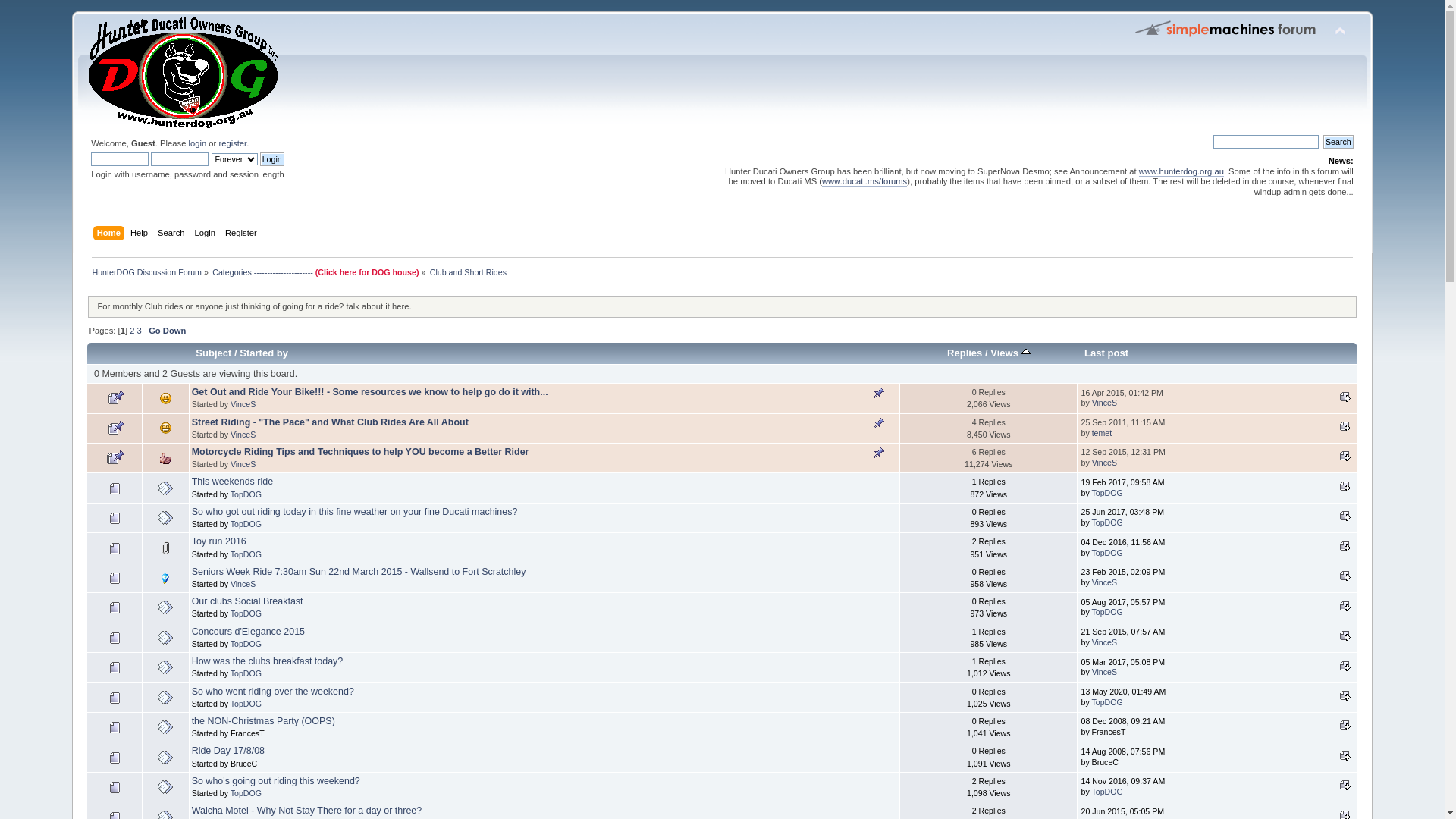 This screenshot has height=819, width=1456. What do you see at coordinates (231, 143) in the screenshot?
I see `'register'` at bounding box center [231, 143].